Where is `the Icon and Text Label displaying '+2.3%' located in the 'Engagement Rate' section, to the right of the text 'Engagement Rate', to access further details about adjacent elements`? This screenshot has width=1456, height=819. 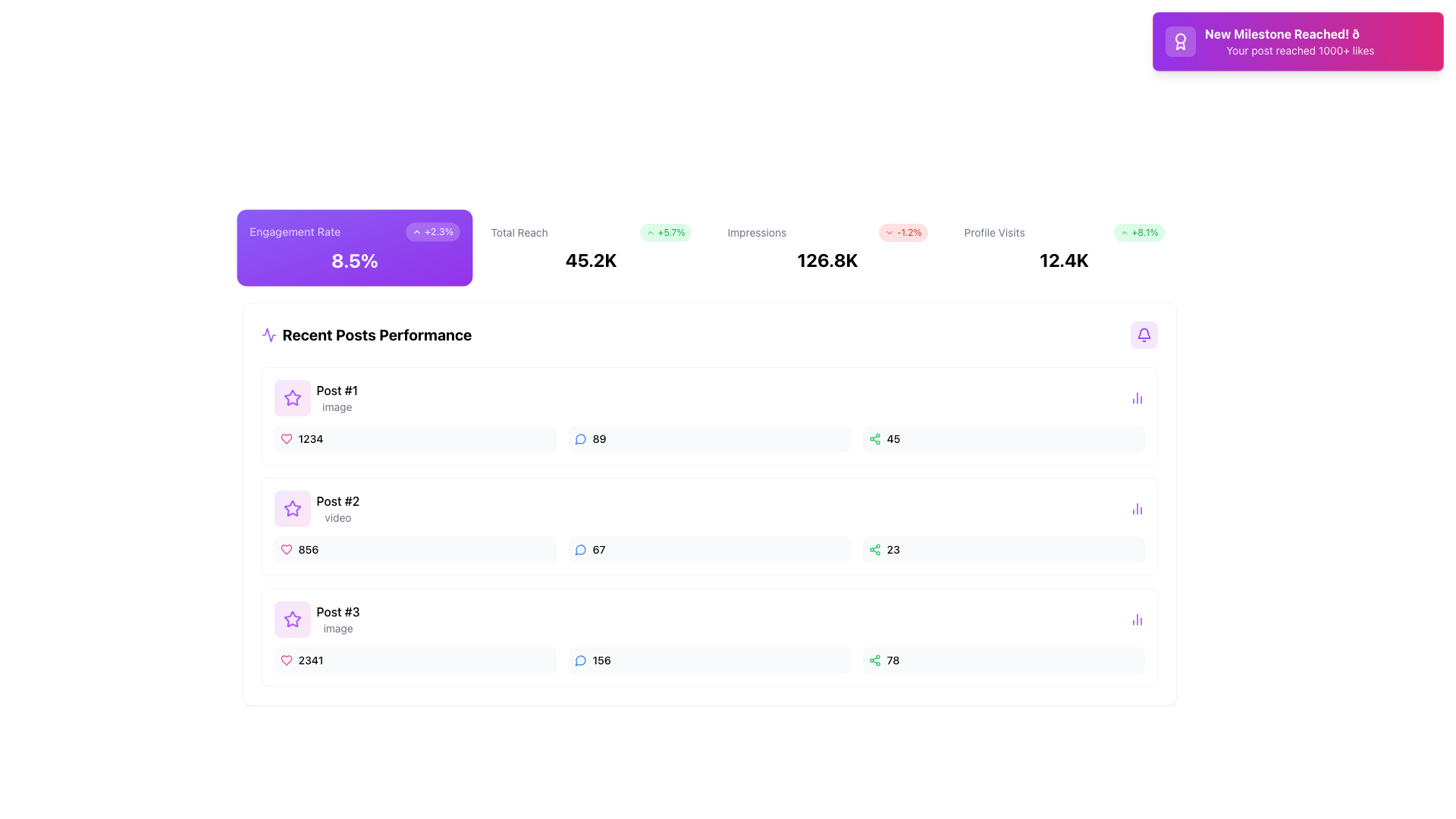 the Icon and Text Label displaying '+2.3%' located in the 'Engagement Rate' section, to the right of the text 'Engagement Rate', to access further details about adjacent elements is located at coordinates (431, 231).